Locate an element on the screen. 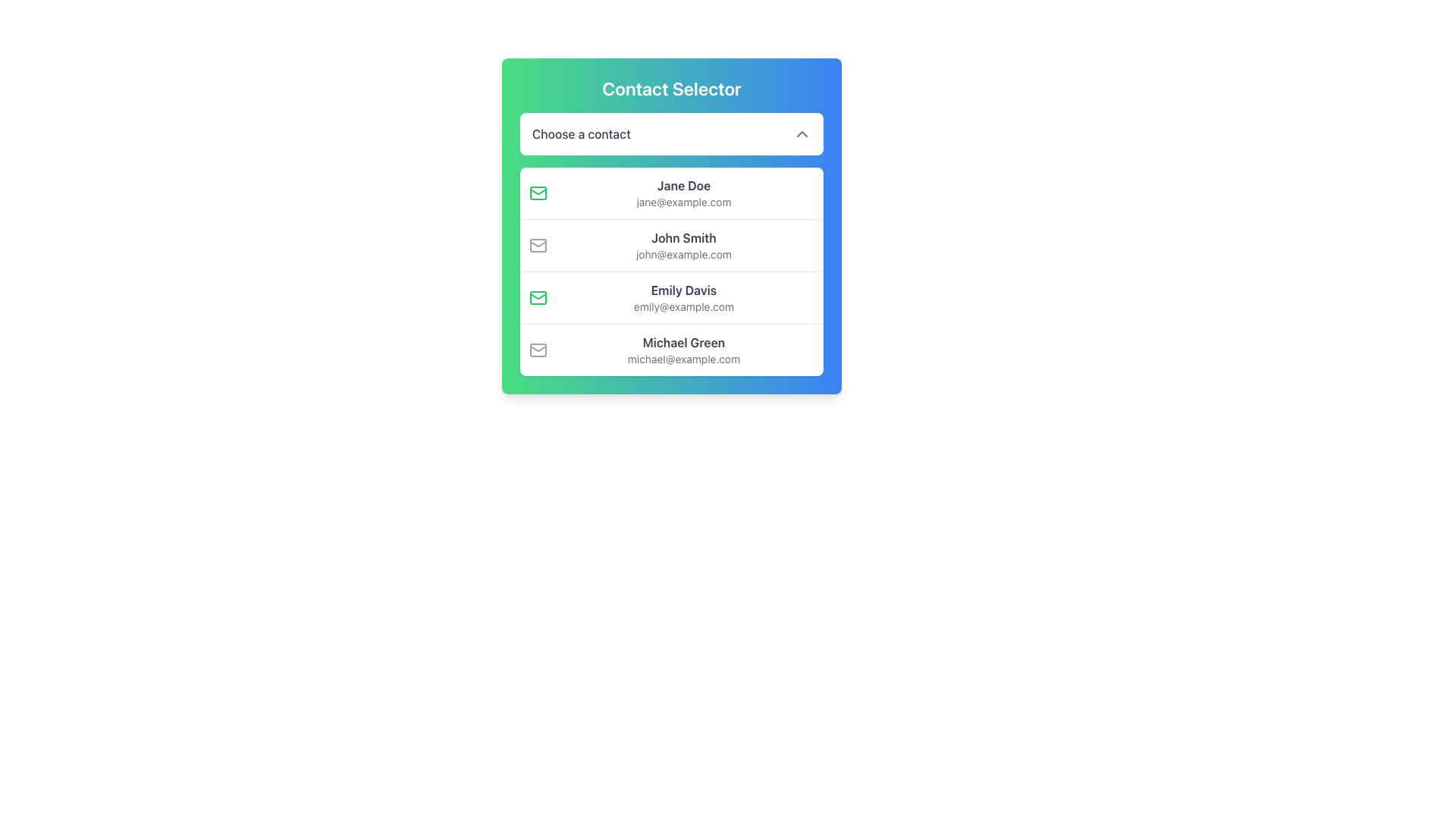 The width and height of the screenshot is (1456, 819). the Dropdown selector located within the 'Contact Selector' card is located at coordinates (671, 133).